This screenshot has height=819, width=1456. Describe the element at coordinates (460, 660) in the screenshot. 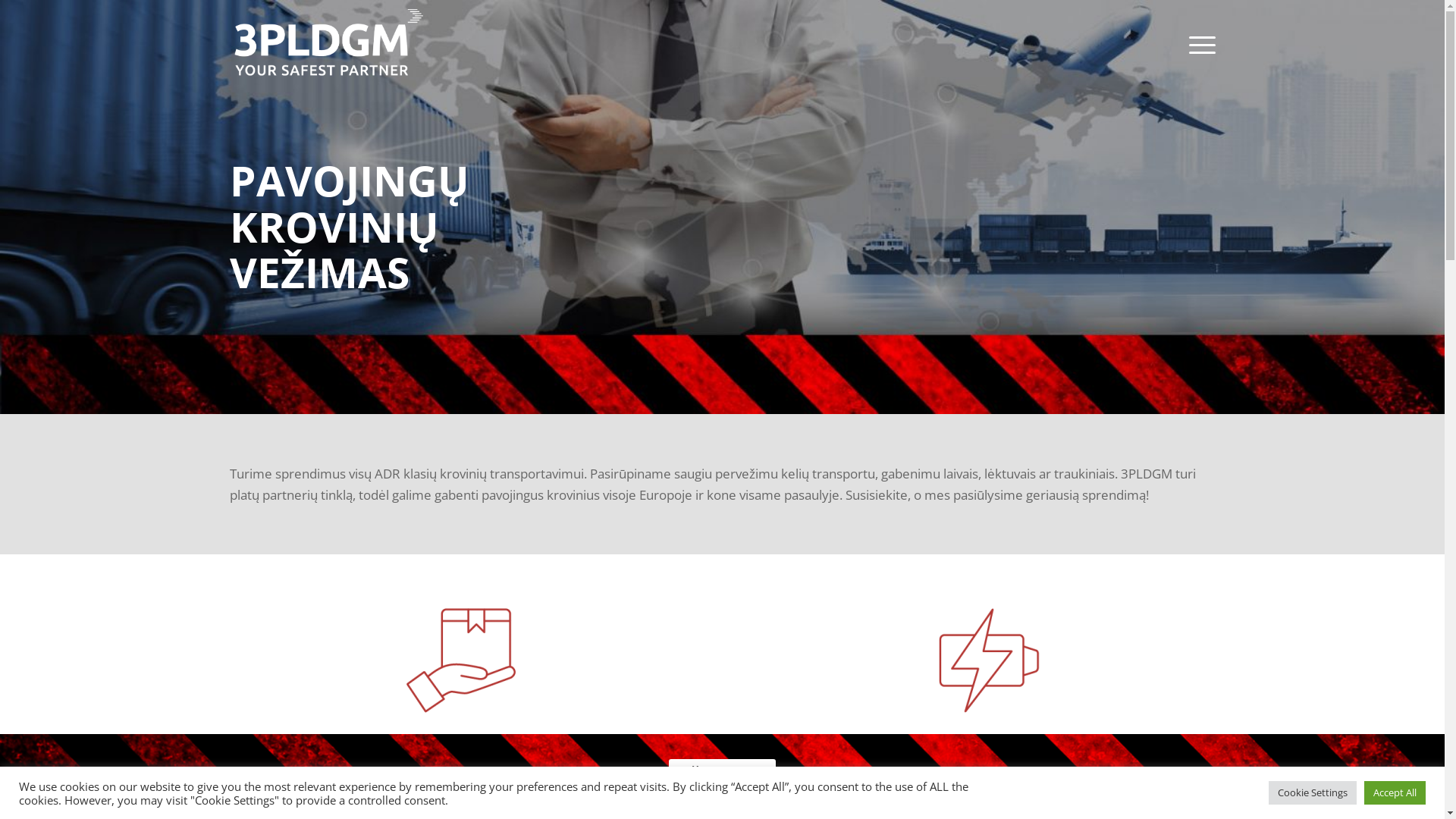

I see `'Icons-04'` at that location.